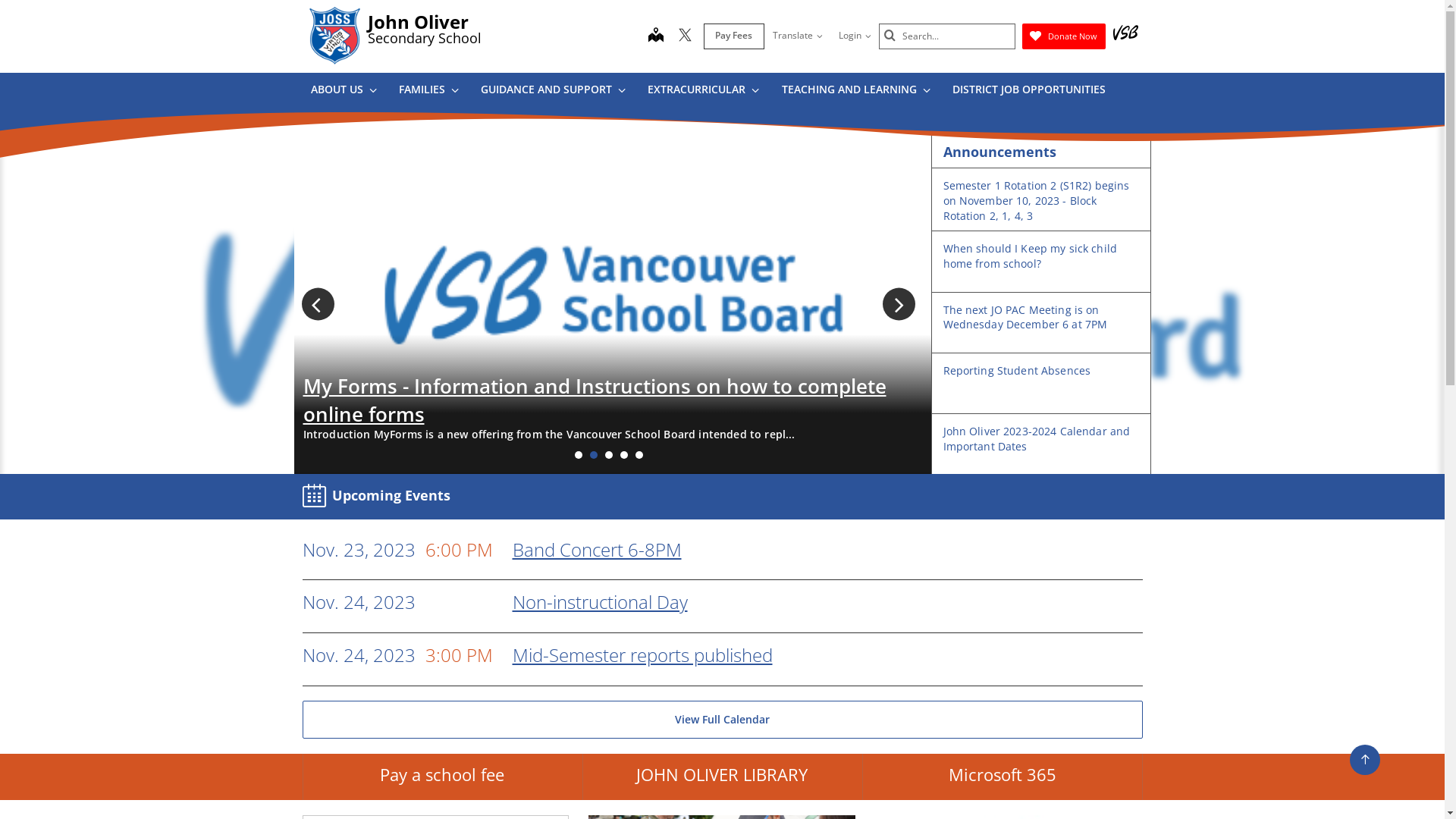 Image resolution: width=1456 pixels, height=819 pixels. What do you see at coordinates (1025, 316) in the screenshot?
I see `'The next JO PAC Meeting is on Wednesday December 6 at 7PM'` at bounding box center [1025, 316].